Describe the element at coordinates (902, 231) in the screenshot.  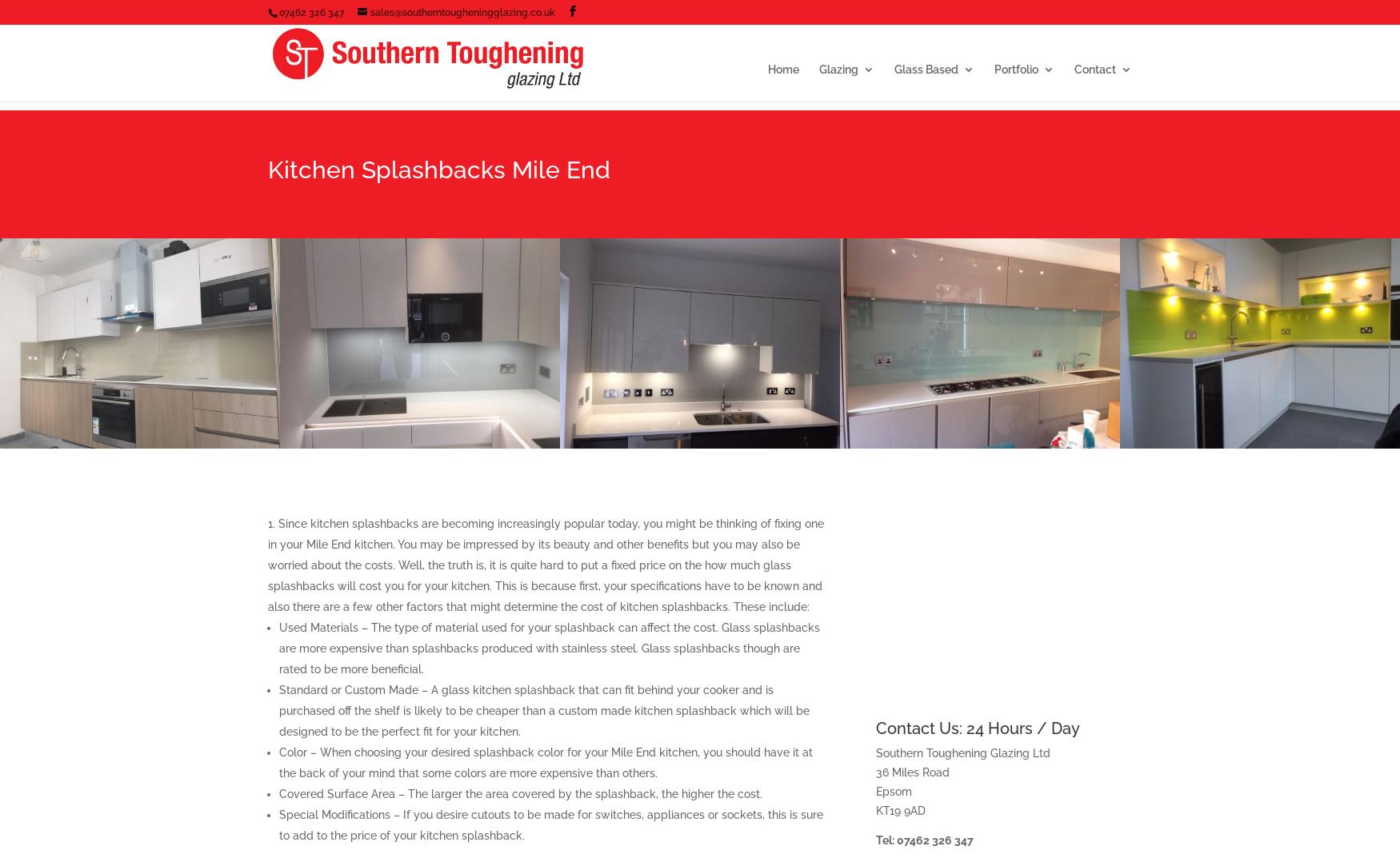
I see `'Double glazed units'` at that location.